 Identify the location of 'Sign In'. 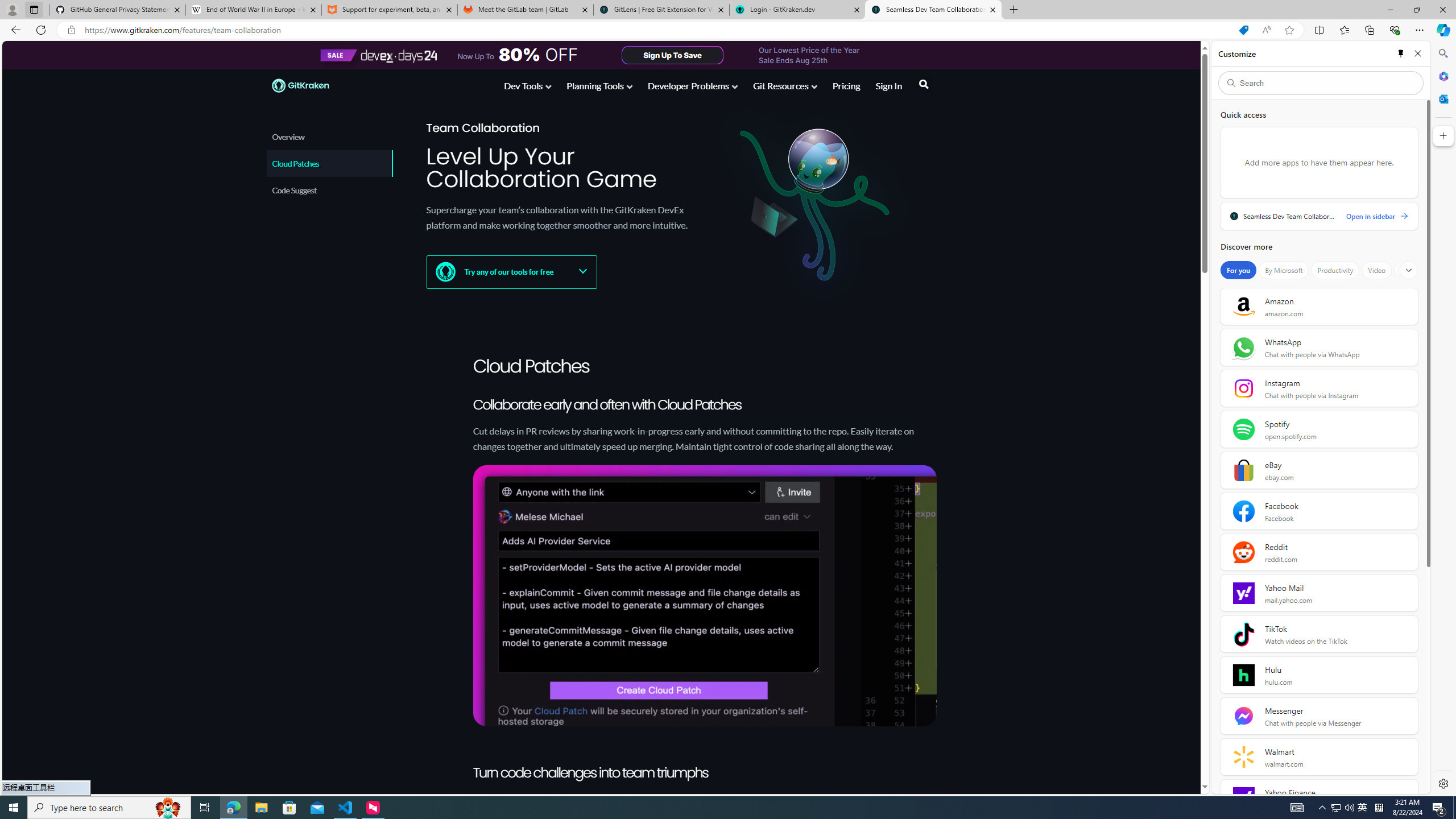
(888, 85).